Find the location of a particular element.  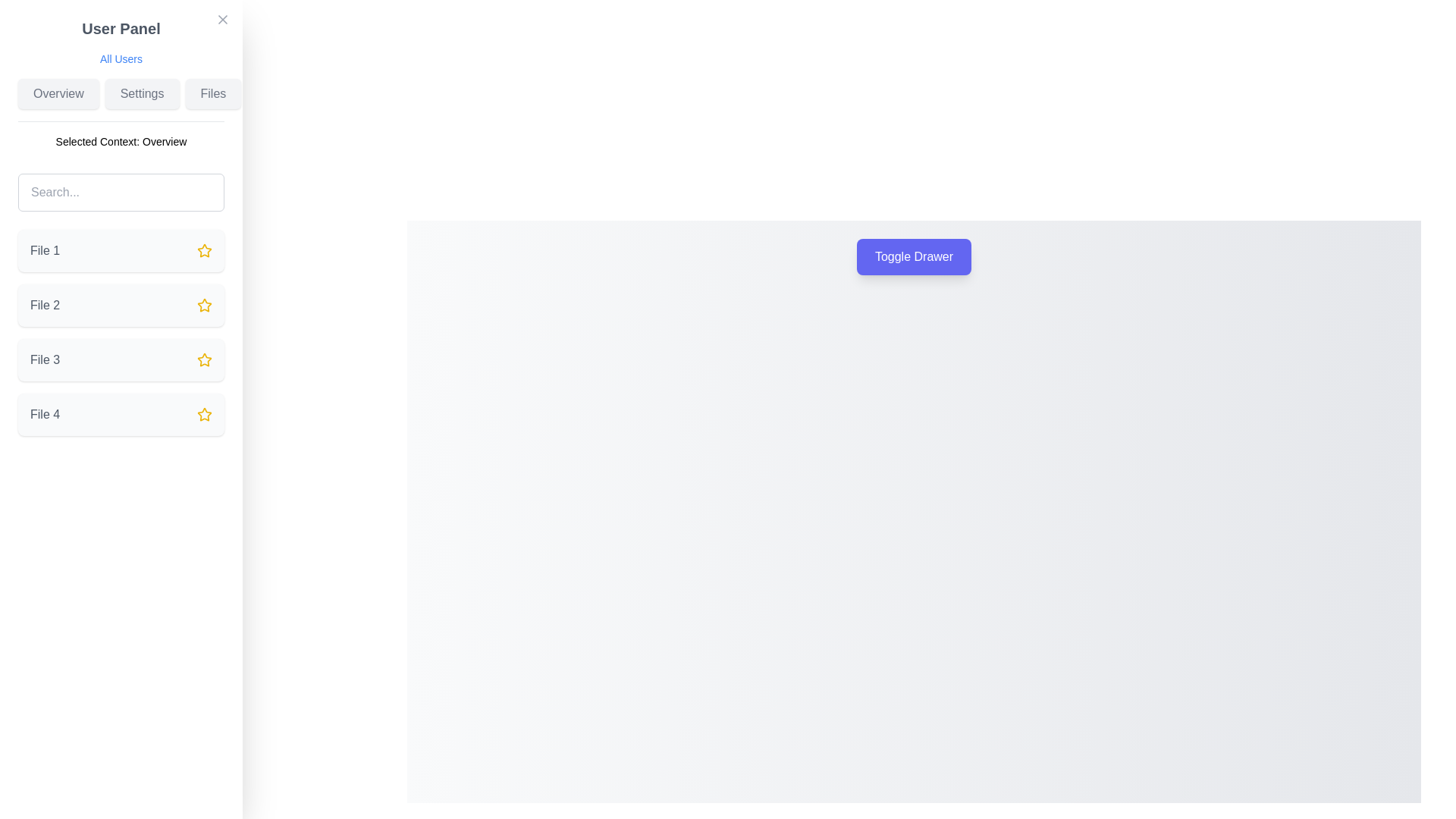

the Text label representing 'File 1' in the first list item of the vertical menu on the left side of the interface is located at coordinates (45, 250).